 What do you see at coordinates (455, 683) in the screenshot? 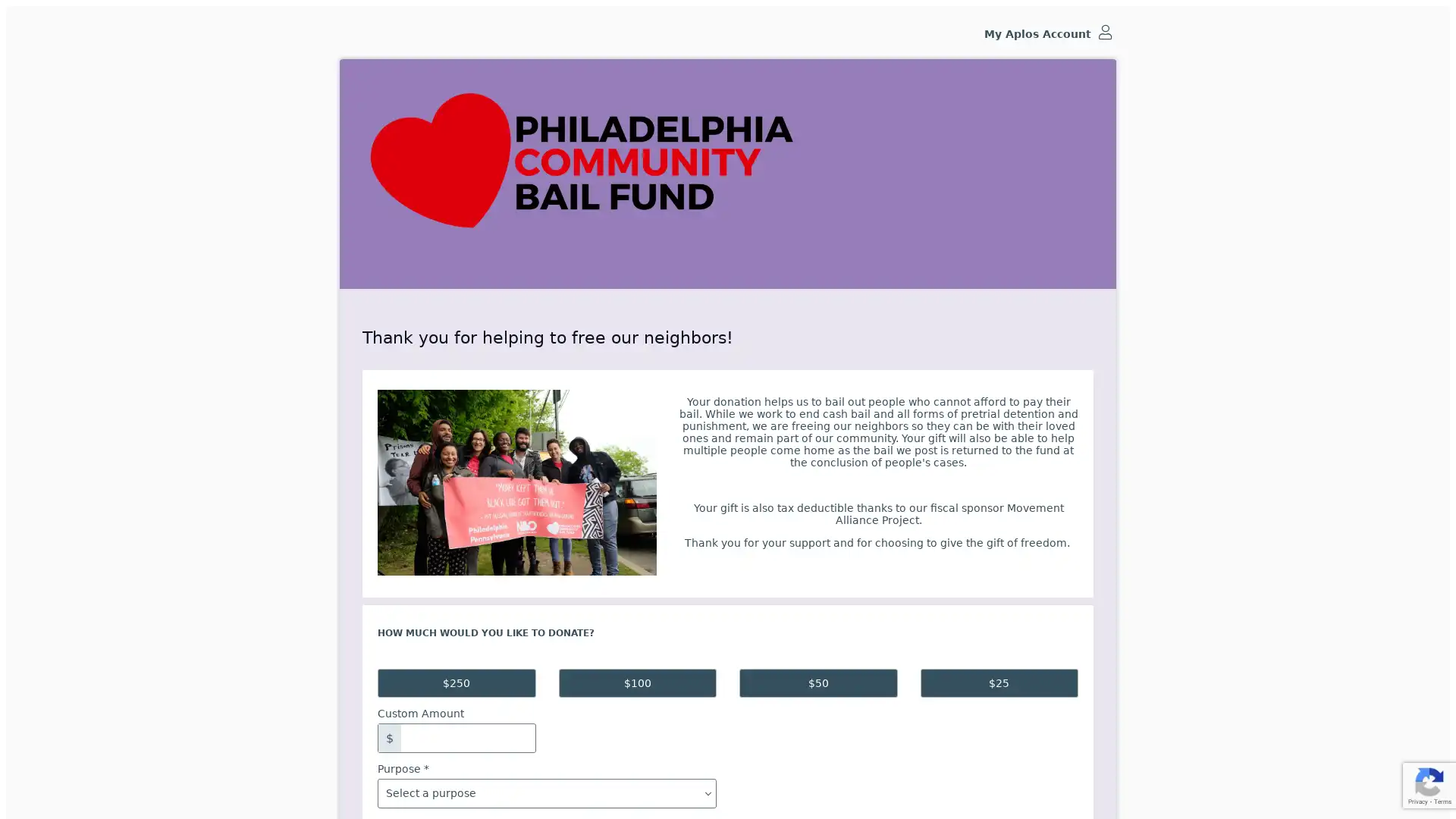
I see `$250` at bounding box center [455, 683].